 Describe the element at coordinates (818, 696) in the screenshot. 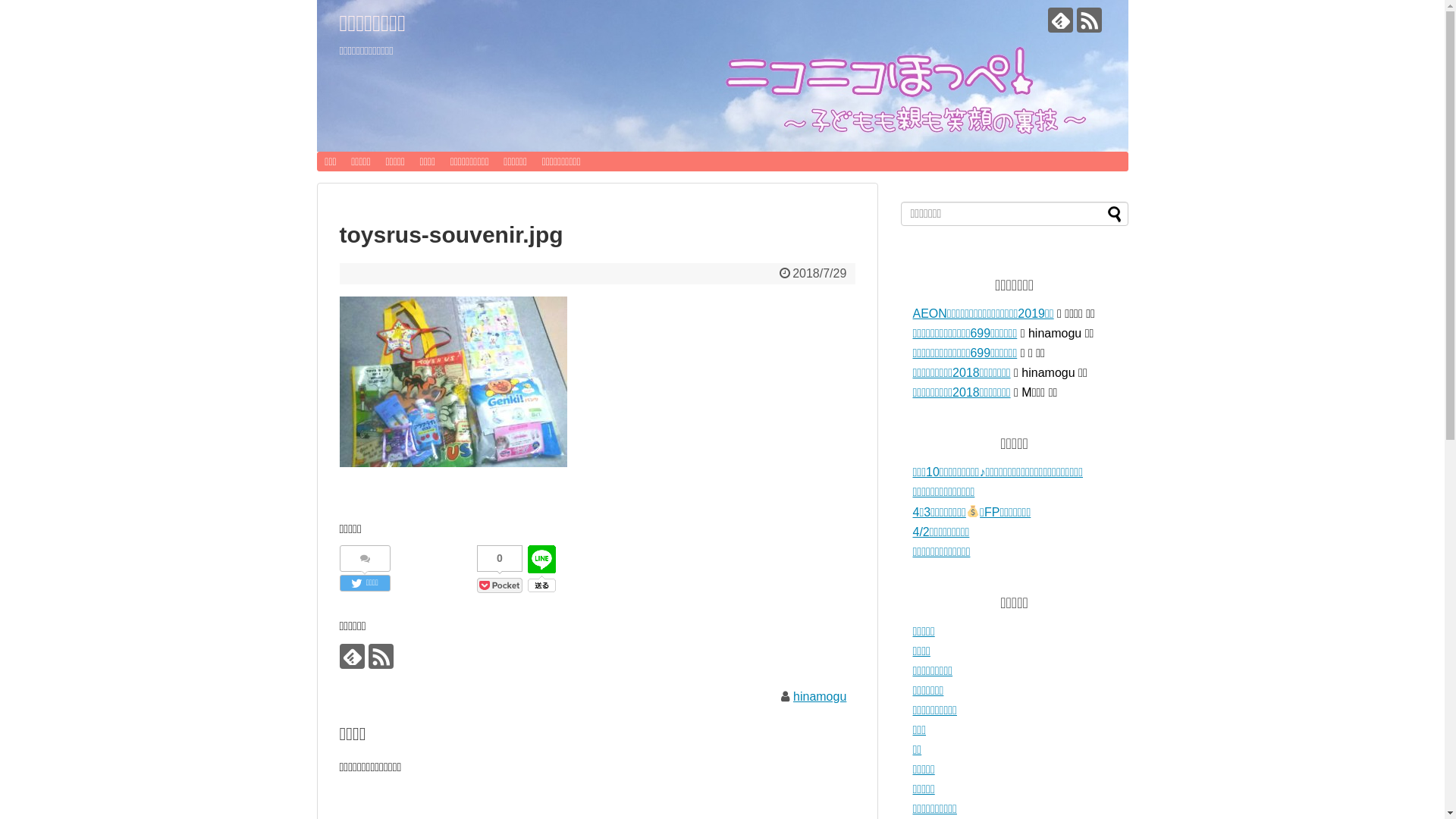

I see `'hinamogu'` at that location.